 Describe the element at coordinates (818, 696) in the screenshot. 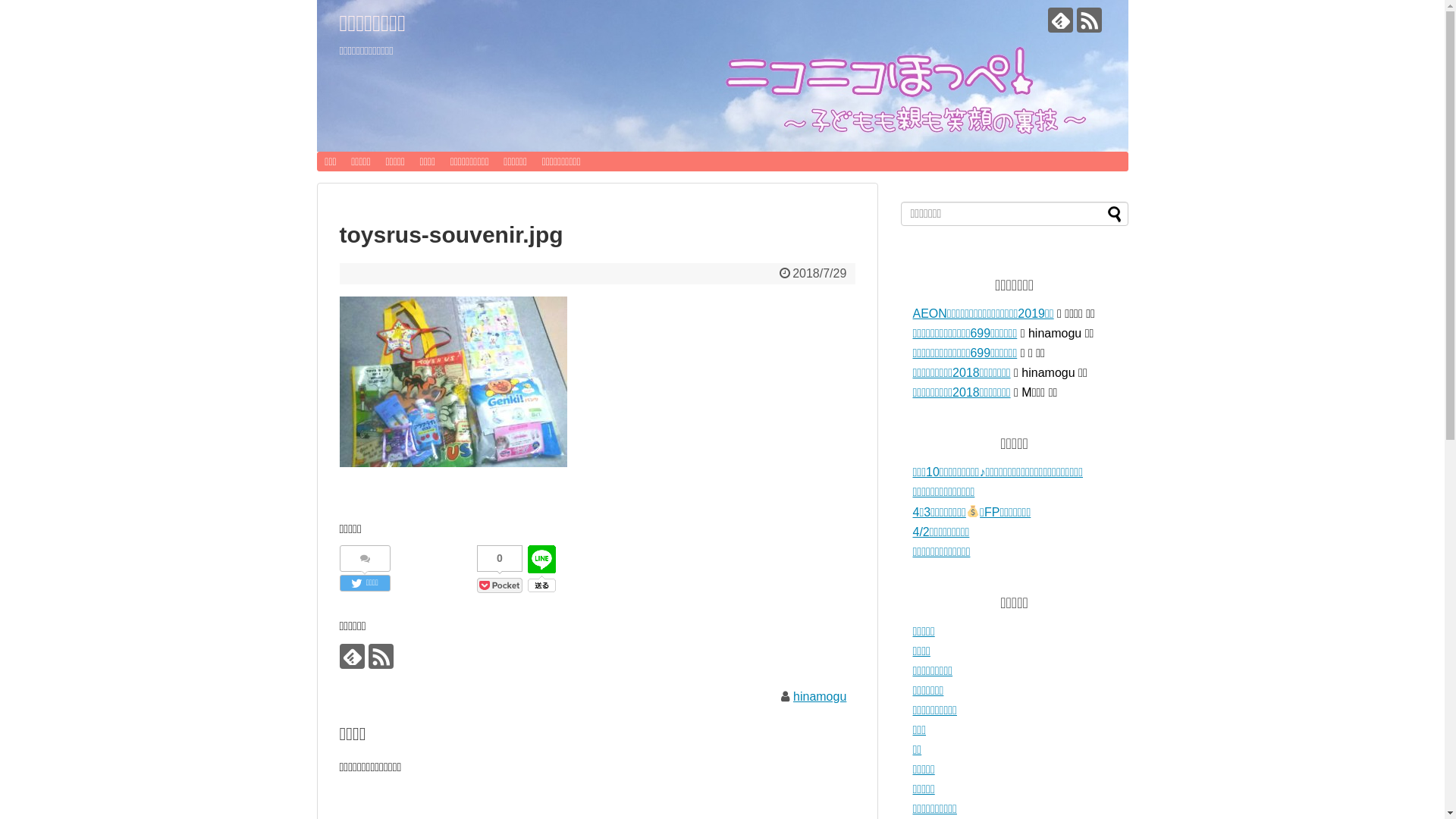

I see `'hinamogu'` at that location.